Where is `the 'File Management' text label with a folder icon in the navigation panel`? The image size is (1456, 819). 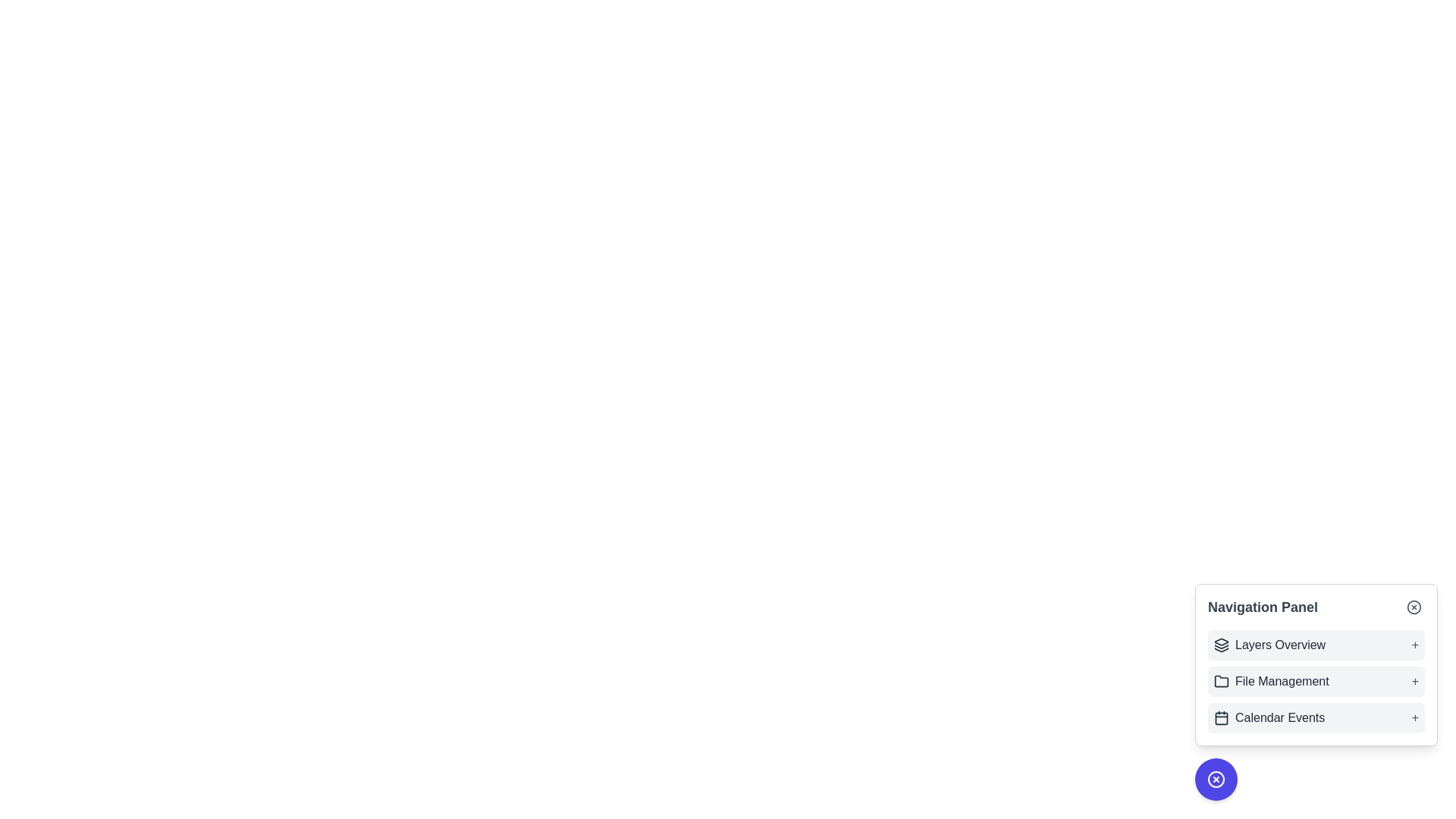
the 'File Management' text label with a folder icon in the navigation panel is located at coordinates (1271, 680).